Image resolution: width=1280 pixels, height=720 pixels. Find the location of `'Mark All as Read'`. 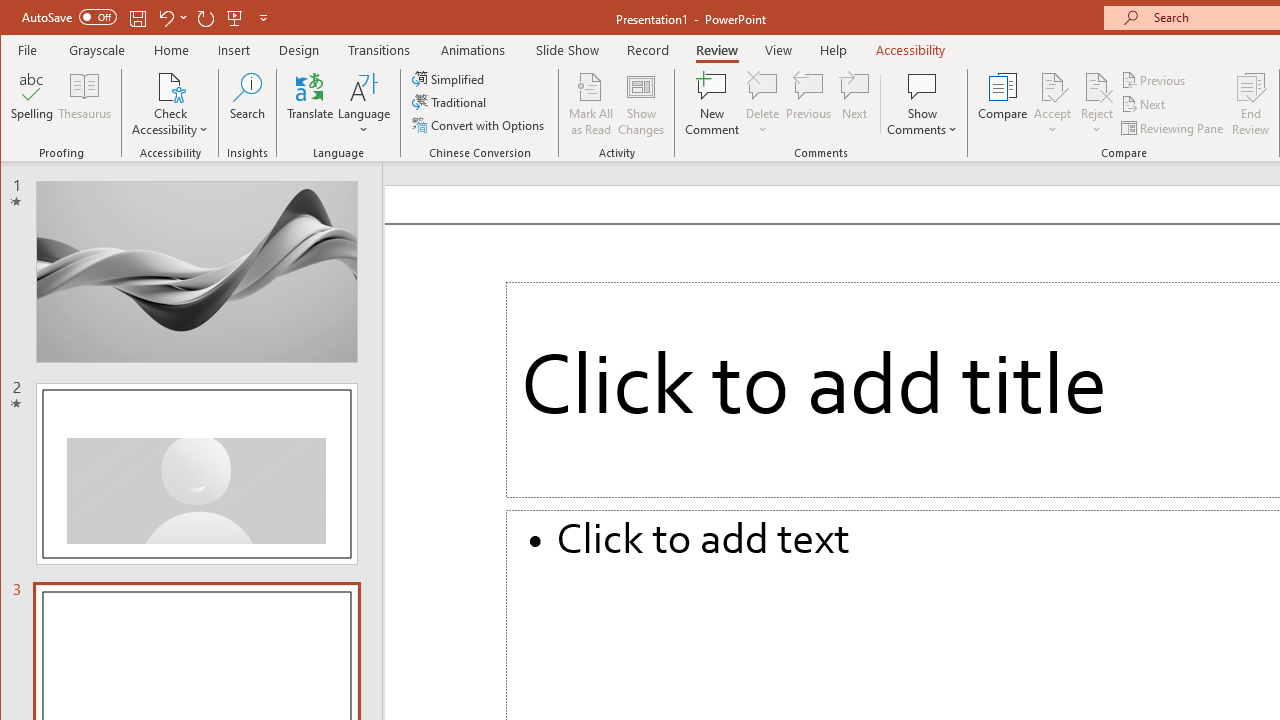

'Mark All as Read' is located at coordinates (590, 104).